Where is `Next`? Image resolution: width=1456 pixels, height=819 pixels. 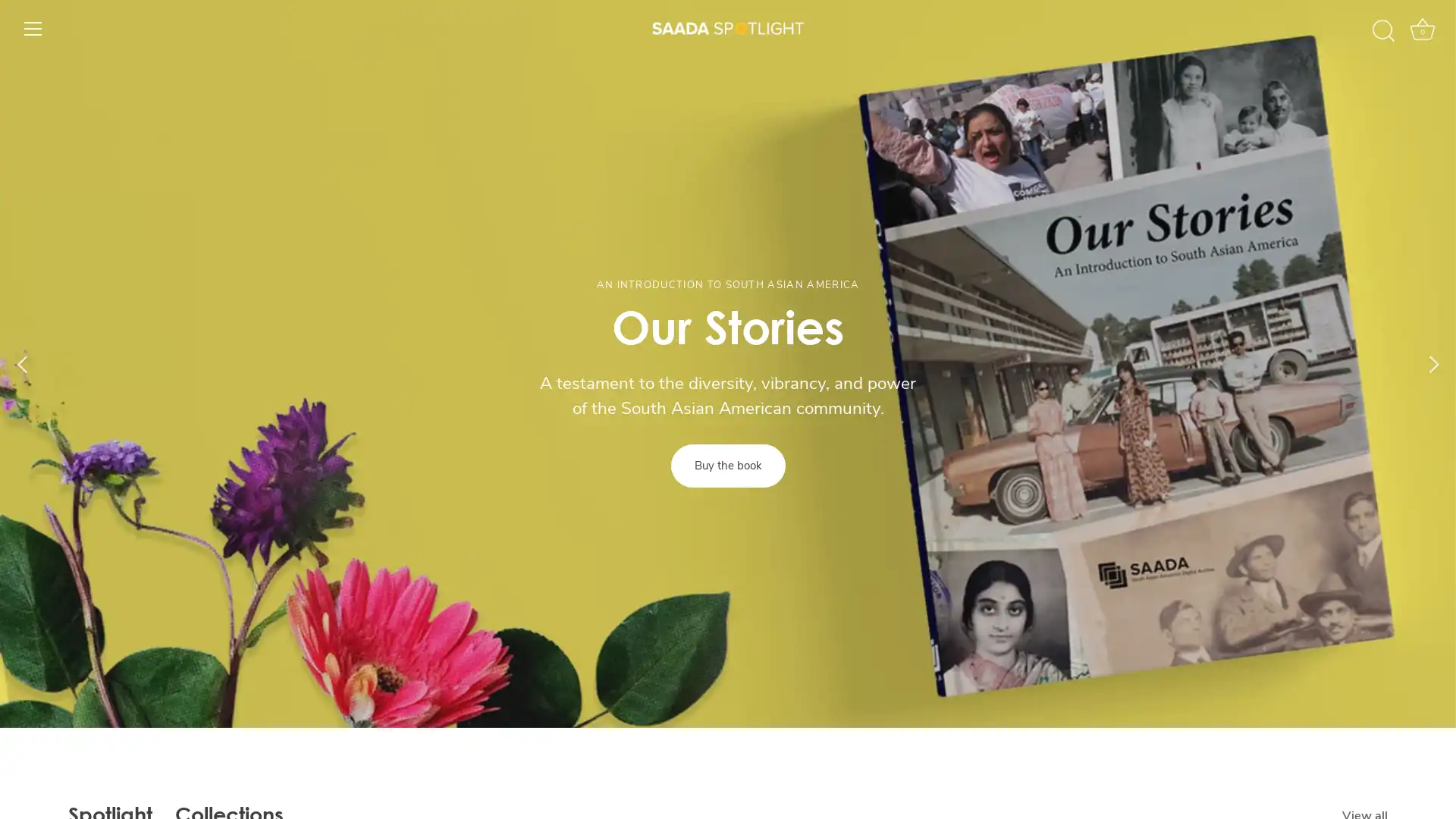 Next is located at coordinates (1432, 363).